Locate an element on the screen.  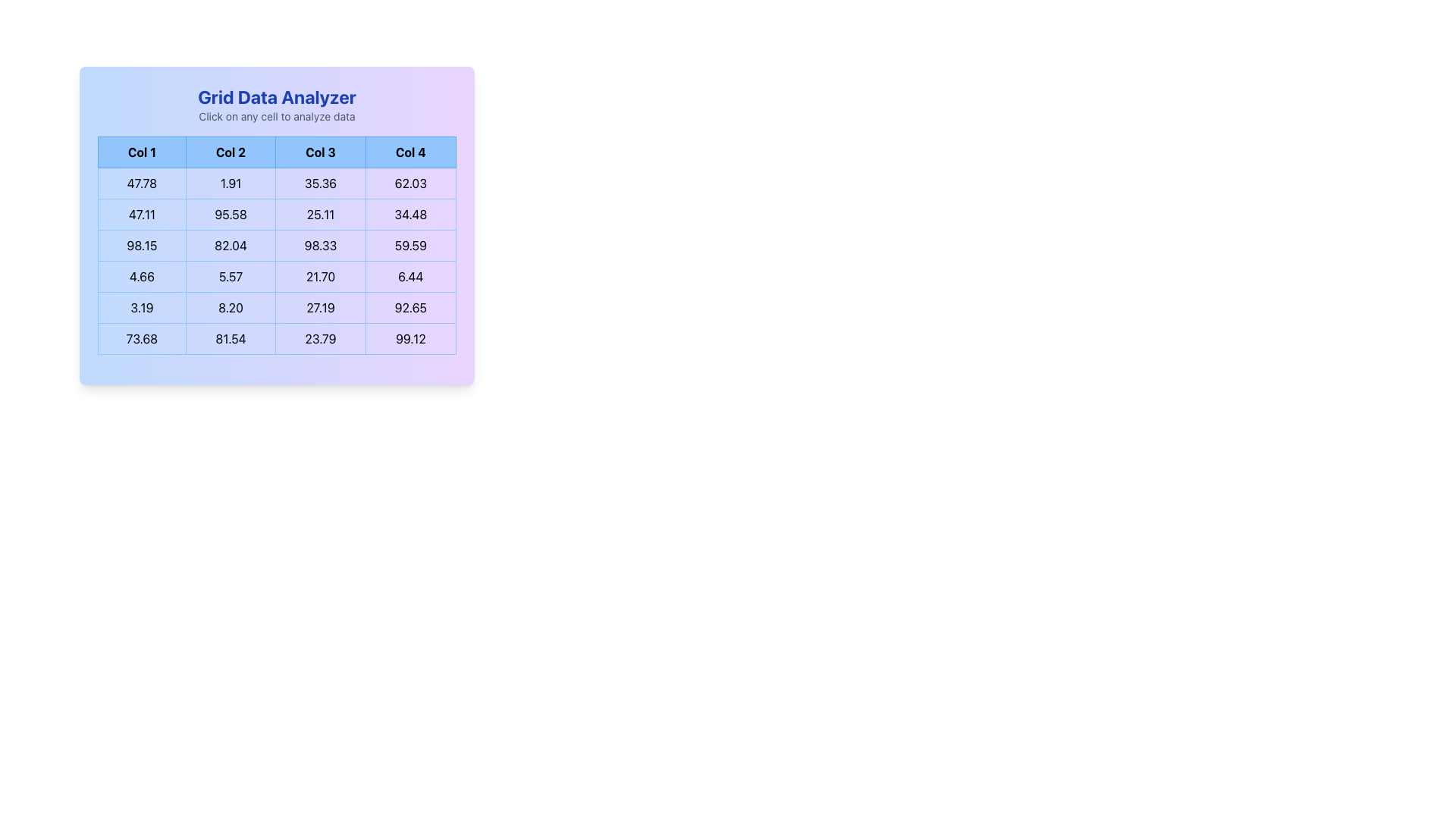
the fourth cell in the last row of the grid, which represents a numerical statistic or value is located at coordinates (410, 338).